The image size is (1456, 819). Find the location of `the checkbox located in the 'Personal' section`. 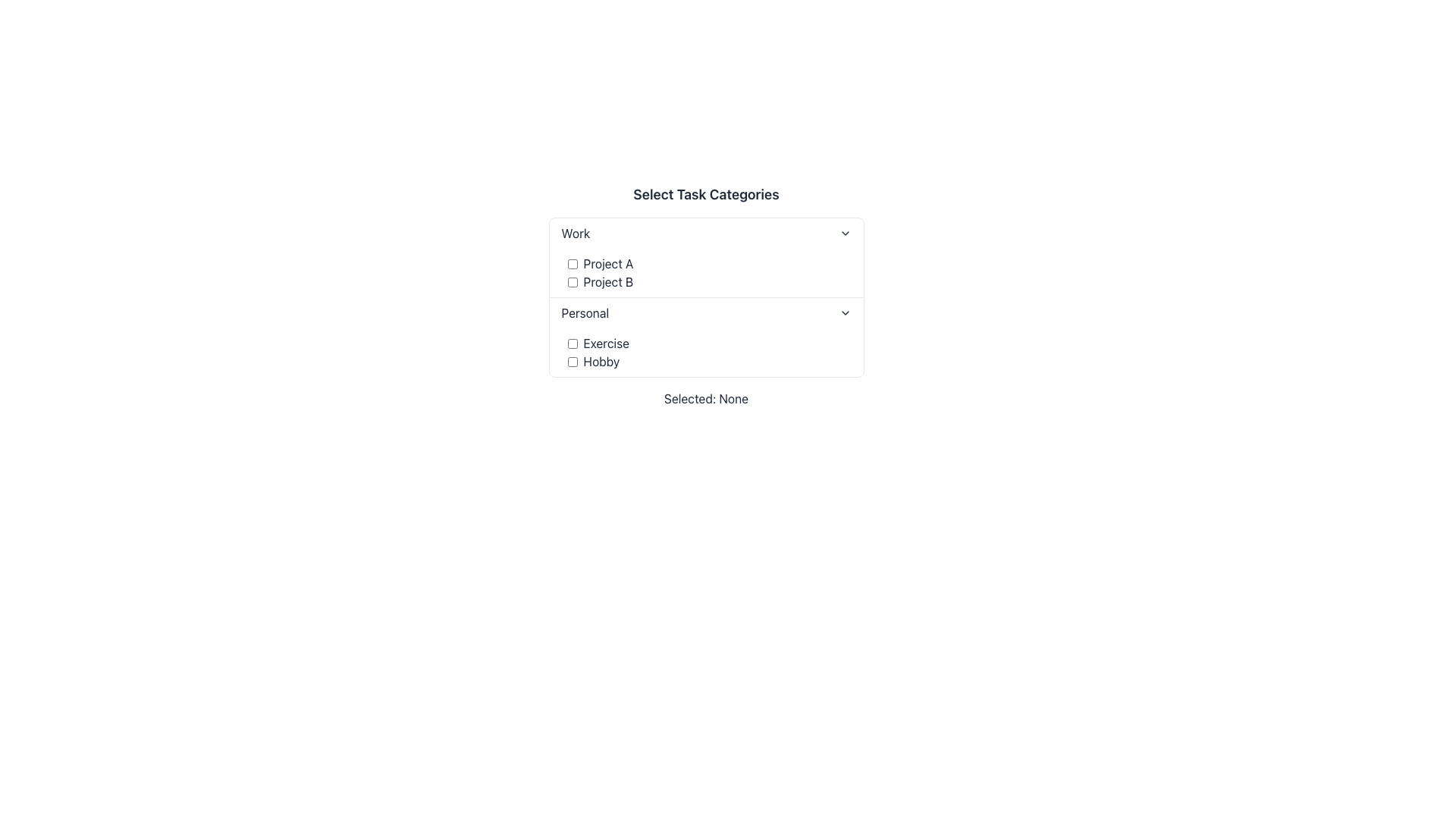

the checkbox located in the 'Personal' section is located at coordinates (571, 362).